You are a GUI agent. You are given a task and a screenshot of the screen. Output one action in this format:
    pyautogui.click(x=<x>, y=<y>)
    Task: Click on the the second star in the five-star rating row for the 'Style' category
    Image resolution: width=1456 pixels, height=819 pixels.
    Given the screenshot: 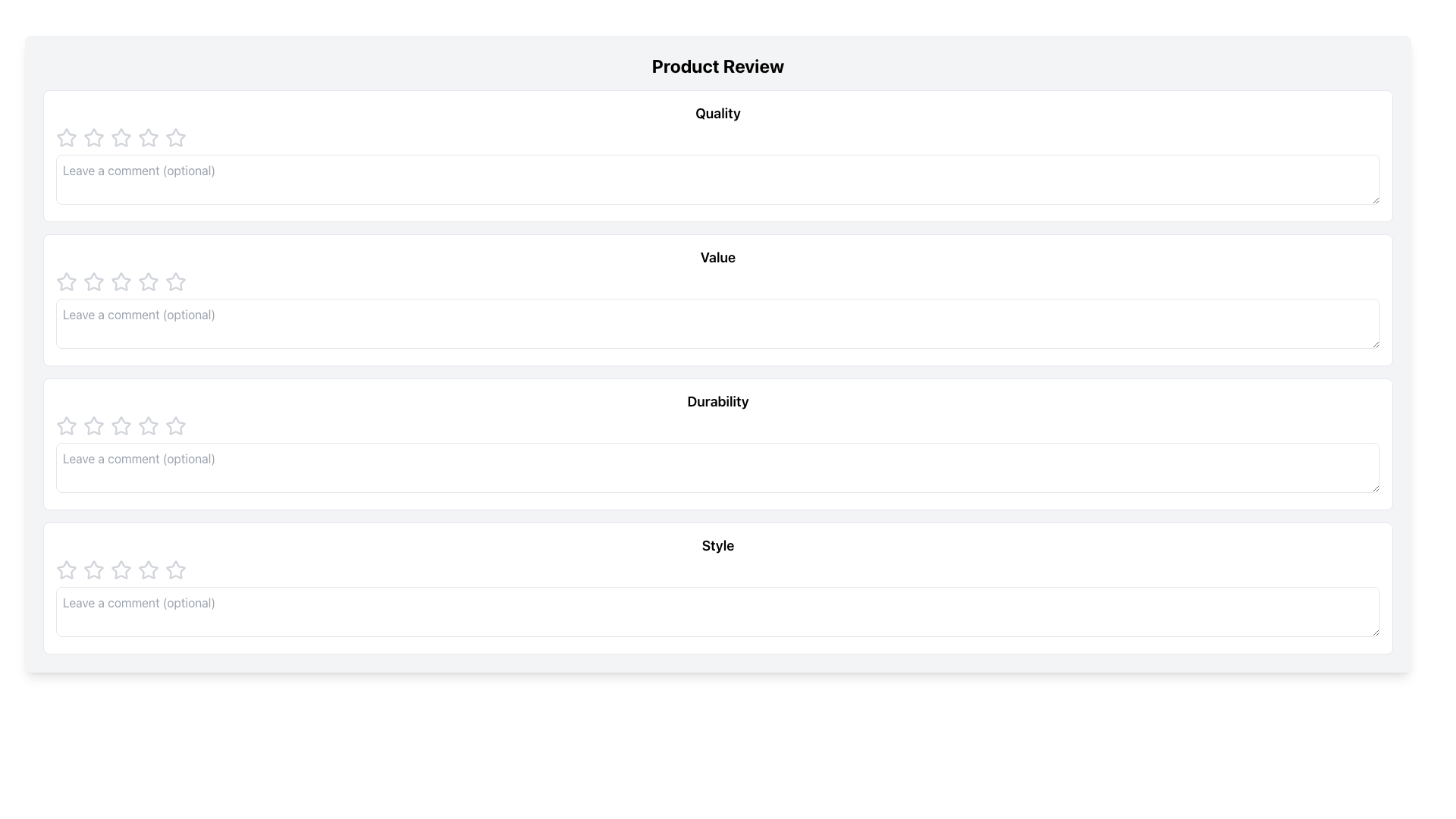 What is the action you would take?
    pyautogui.click(x=93, y=570)
    